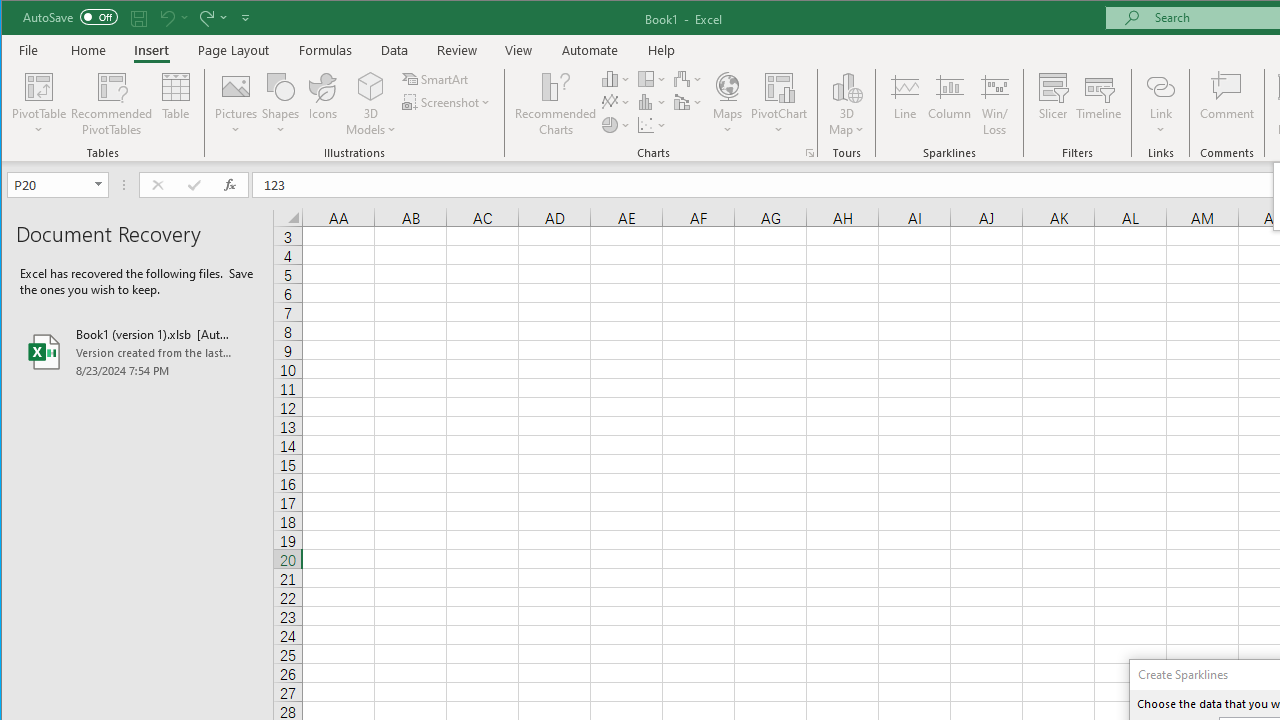 The width and height of the screenshot is (1280, 720). Describe the element at coordinates (652, 125) in the screenshot. I see `'Insert Scatter (X, Y) or Bubble Chart'` at that location.